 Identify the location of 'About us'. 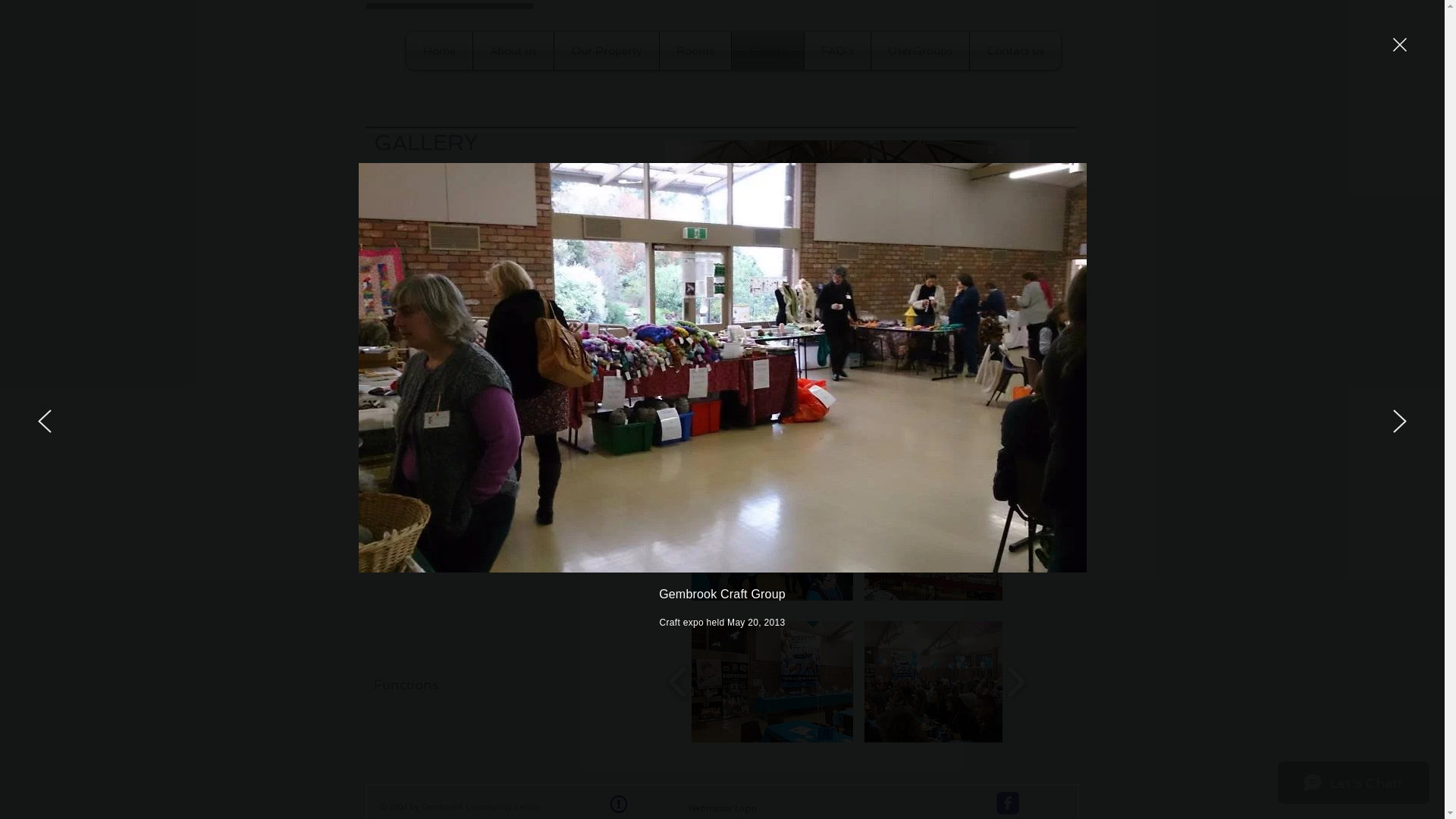
(513, 49).